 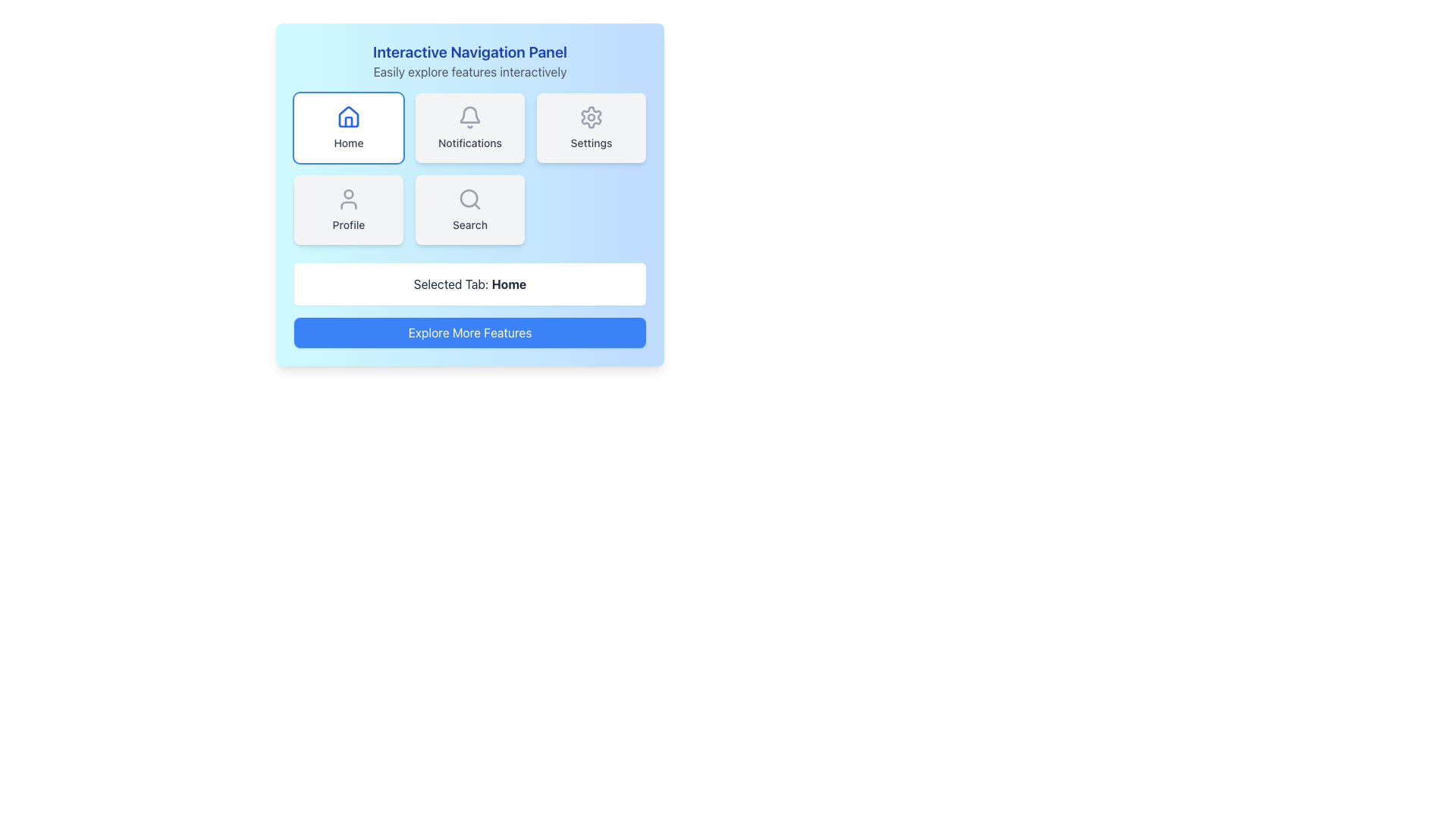 What do you see at coordinates (469, 210) in the screenshot?
I see `the search button located in the second row, second column of the grid layout` at bounding box center [469, 210].